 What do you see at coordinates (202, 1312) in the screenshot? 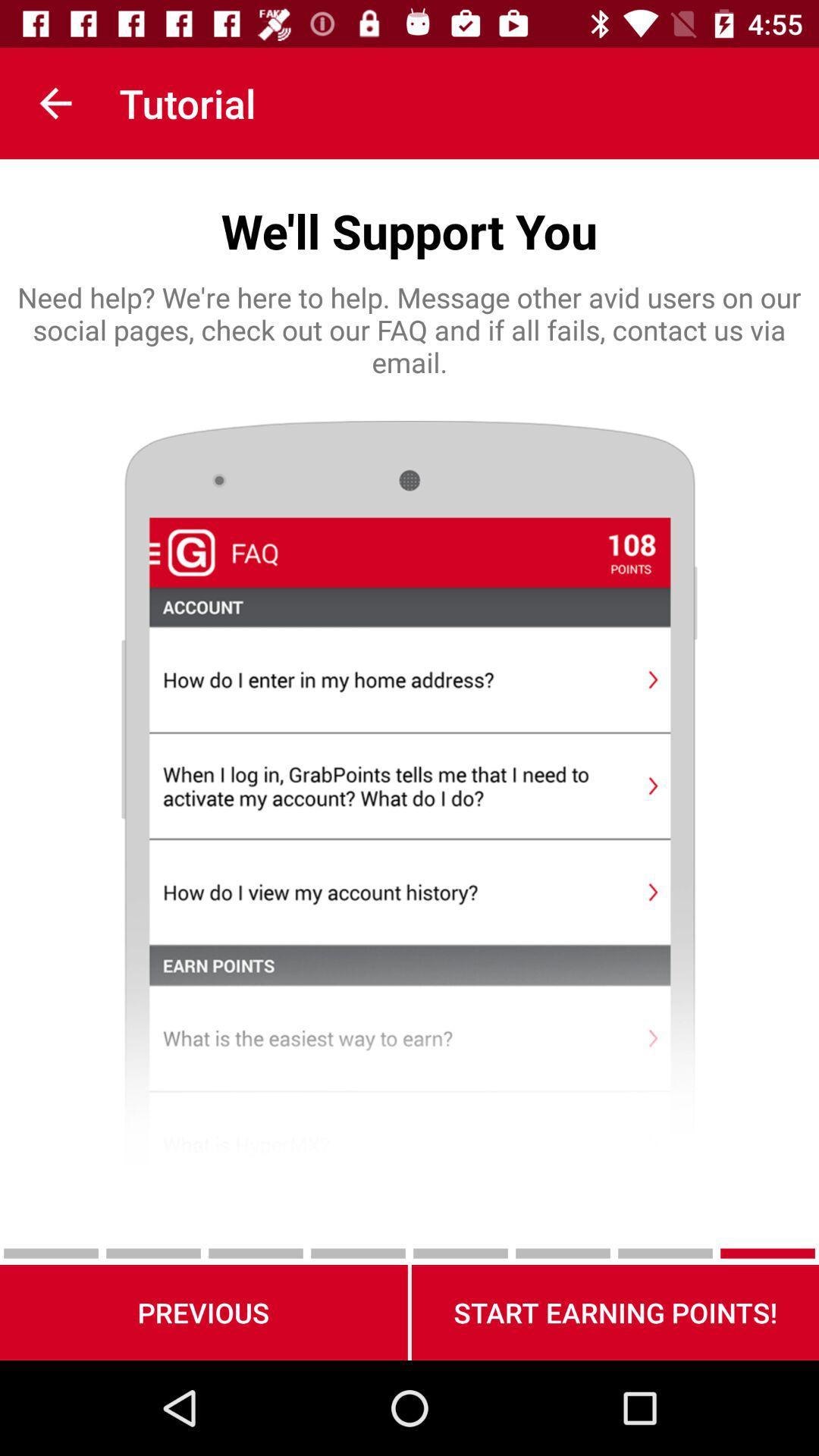
I see `the previous` at bounding box center [202, 1312].